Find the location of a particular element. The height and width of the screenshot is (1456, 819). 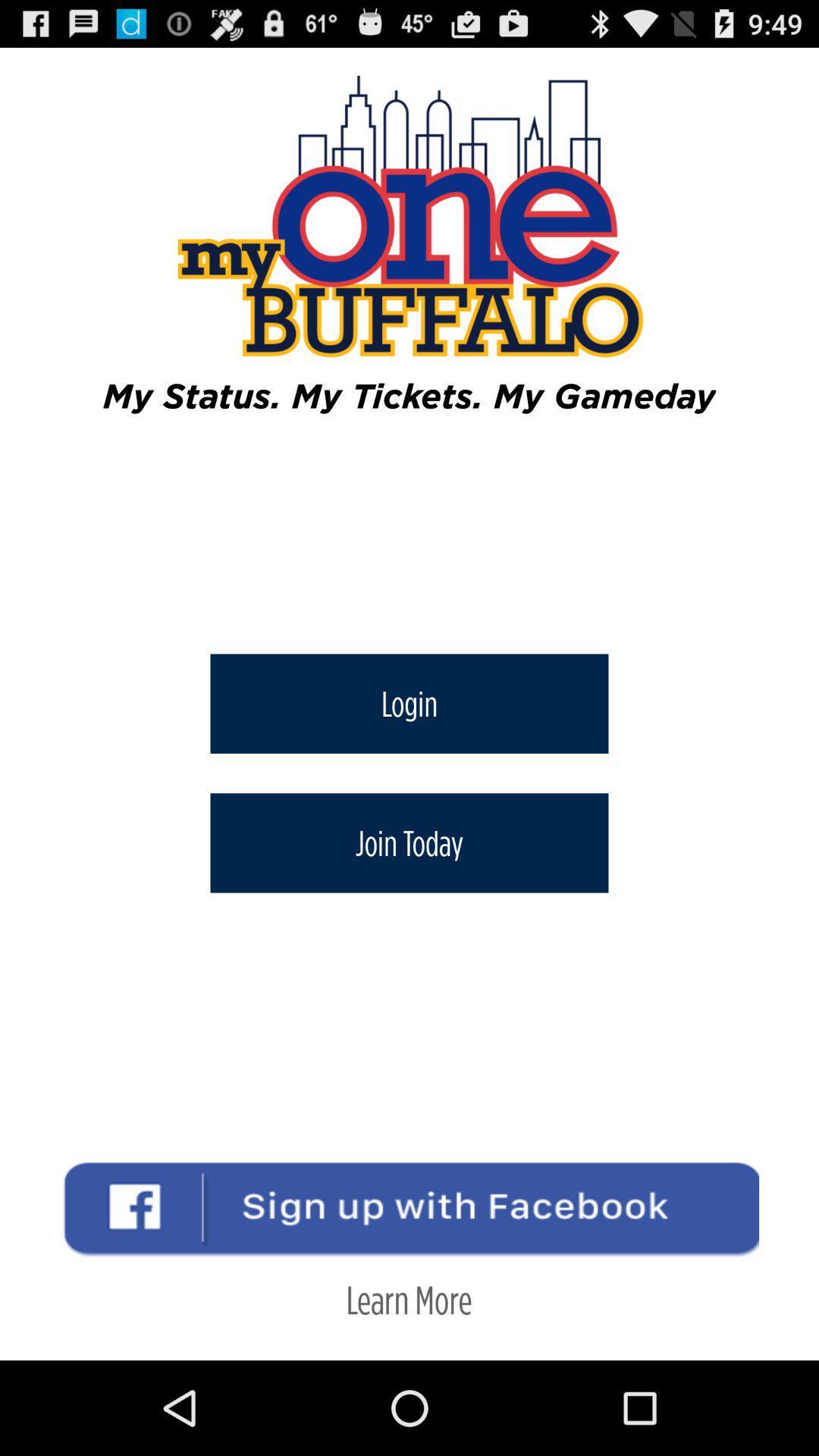

the learn more item is located at coordinates (408, 1298).